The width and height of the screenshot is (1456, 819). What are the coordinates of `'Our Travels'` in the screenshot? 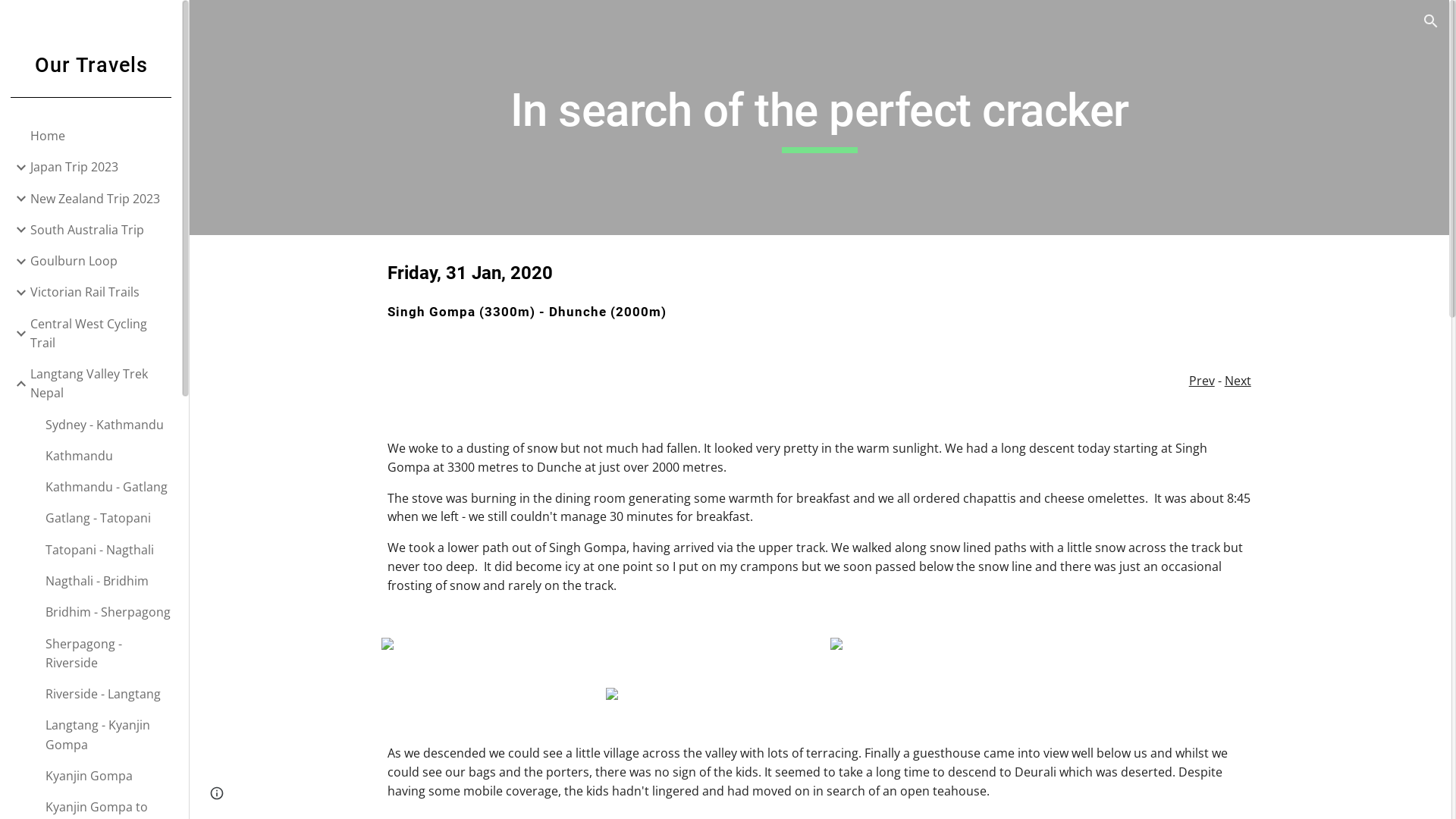 It's located at (0, 83).